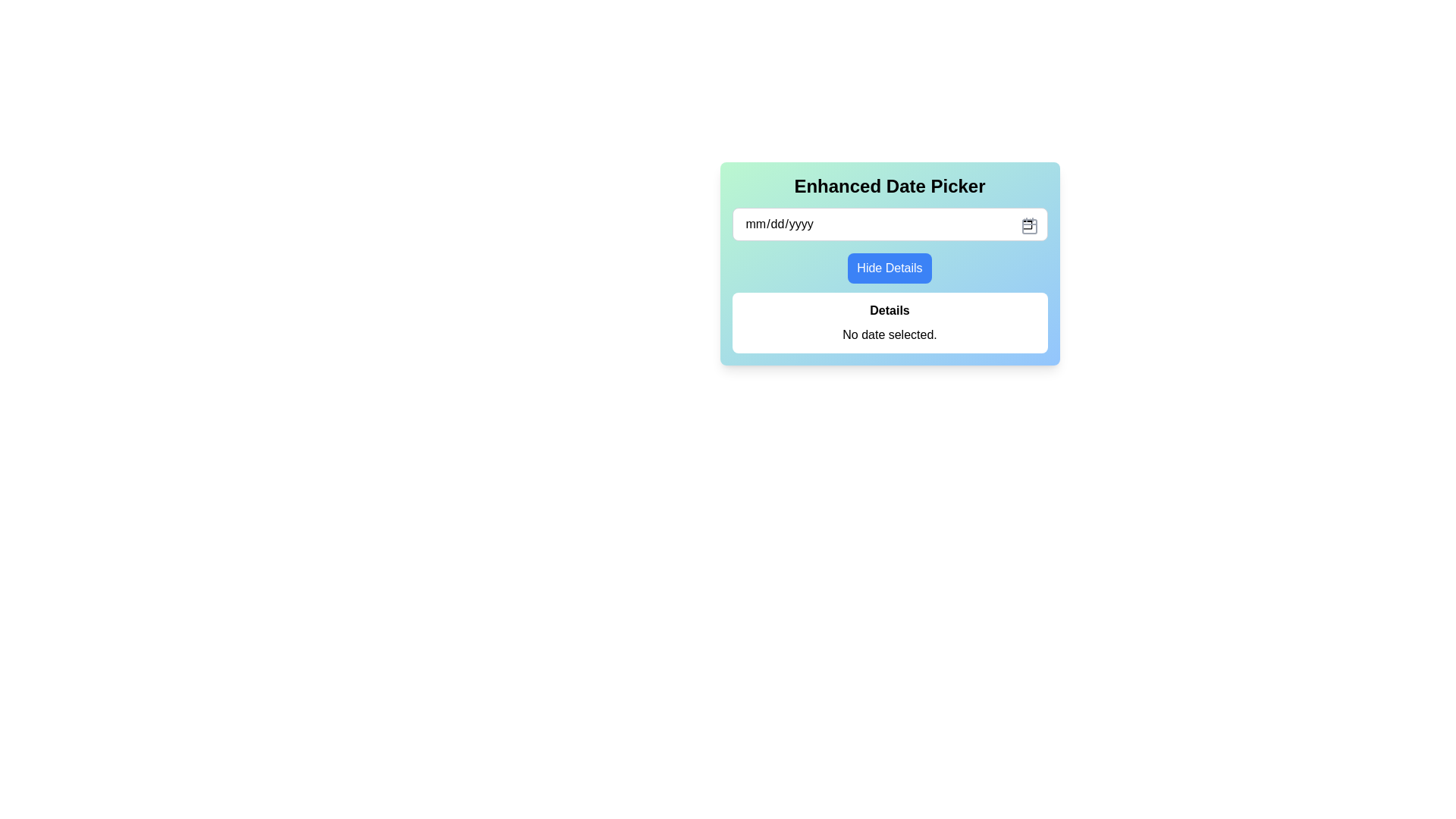 The height and width of the screenshot is (819, 1456). I want to click on text content of the informational label located beneath the 'Details' heading, which displays a message about the absence of a selected date, so click(890, 334).